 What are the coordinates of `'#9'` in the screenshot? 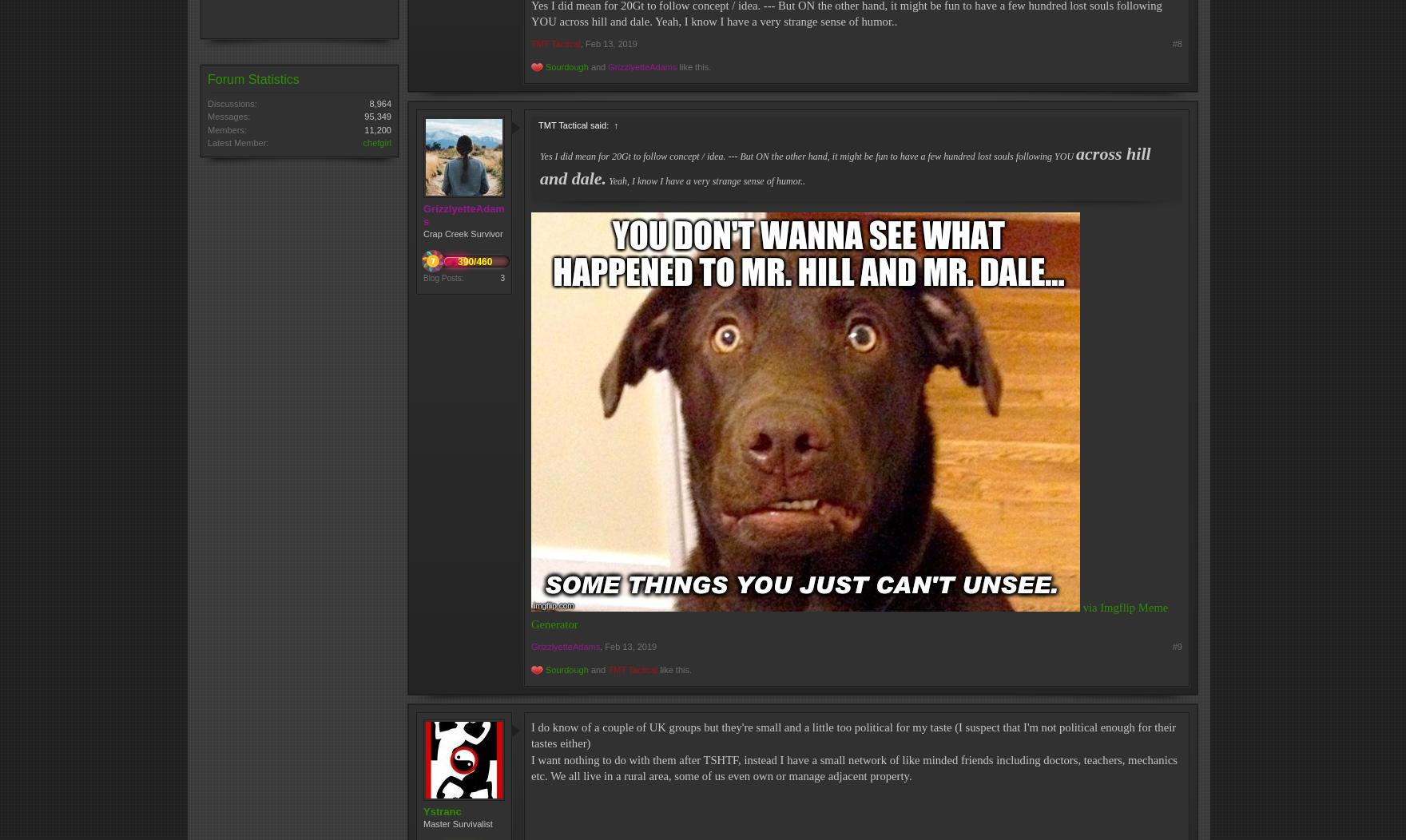 It's located at (1171, 645).